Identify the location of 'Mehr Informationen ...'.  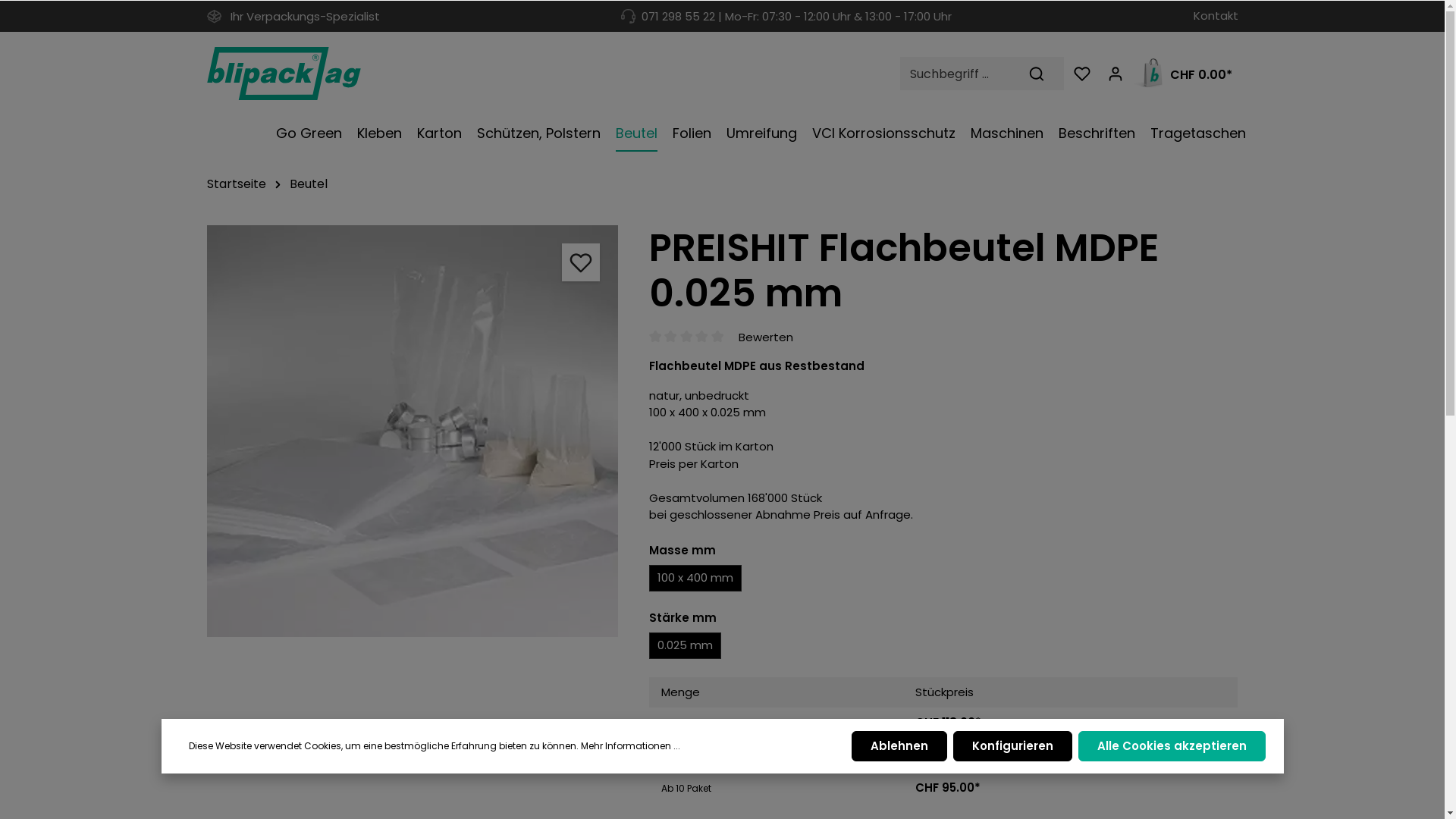
(630, 745).